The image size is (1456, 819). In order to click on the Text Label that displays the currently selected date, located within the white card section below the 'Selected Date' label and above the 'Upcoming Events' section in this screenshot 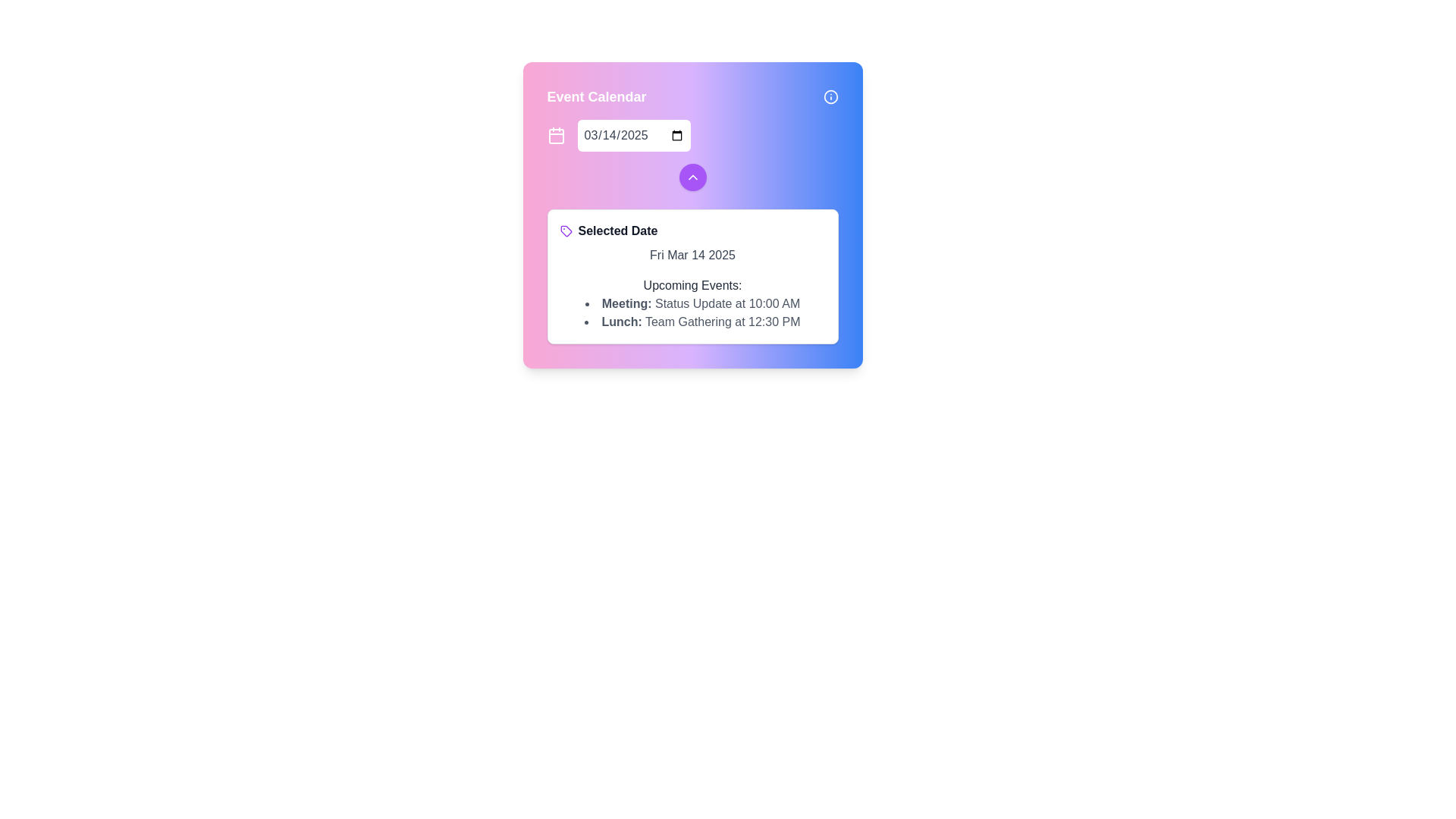, I will do `click(692, 254)`.